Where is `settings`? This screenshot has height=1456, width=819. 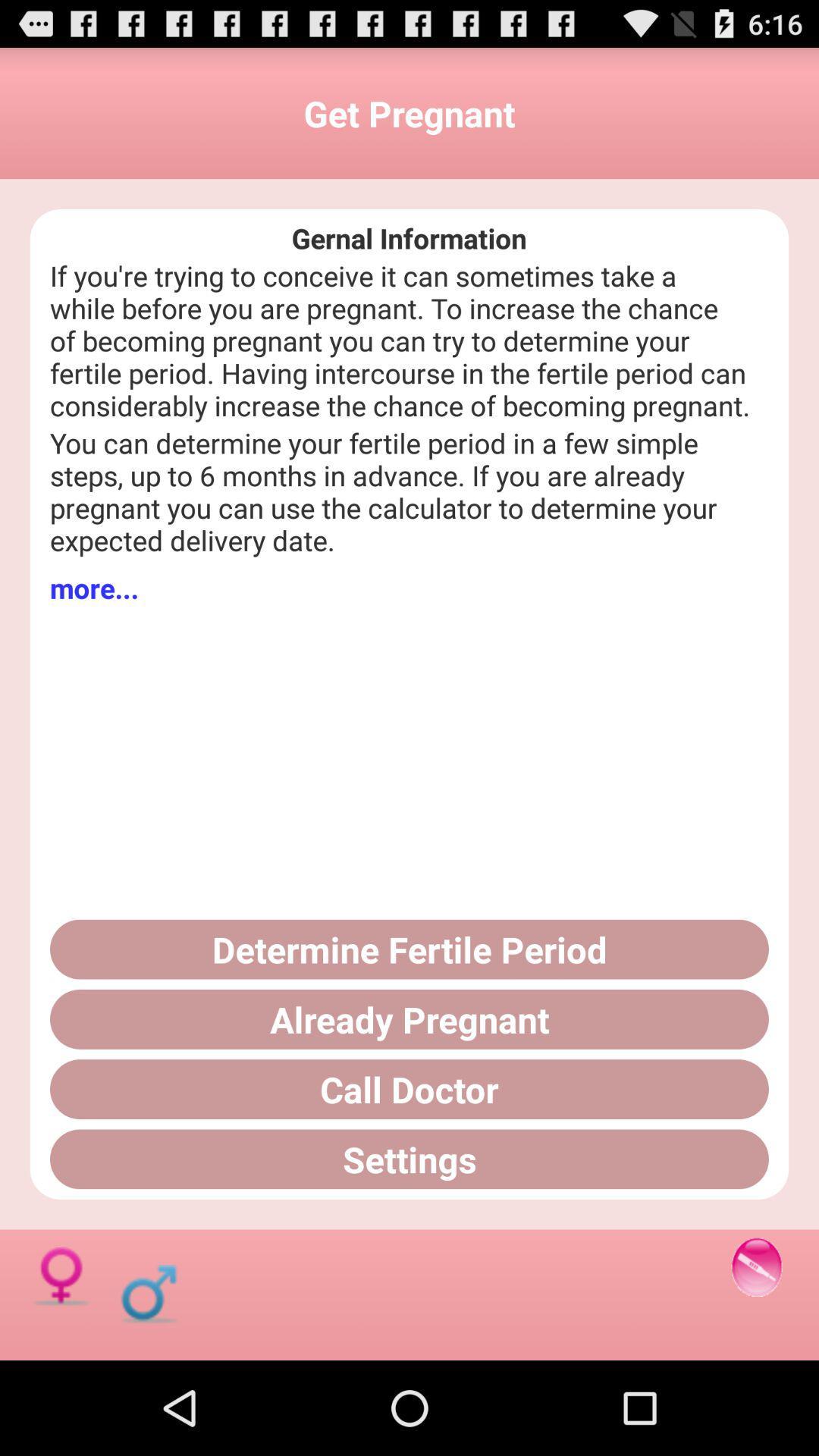
settings is located at coordinates (409, 1158).